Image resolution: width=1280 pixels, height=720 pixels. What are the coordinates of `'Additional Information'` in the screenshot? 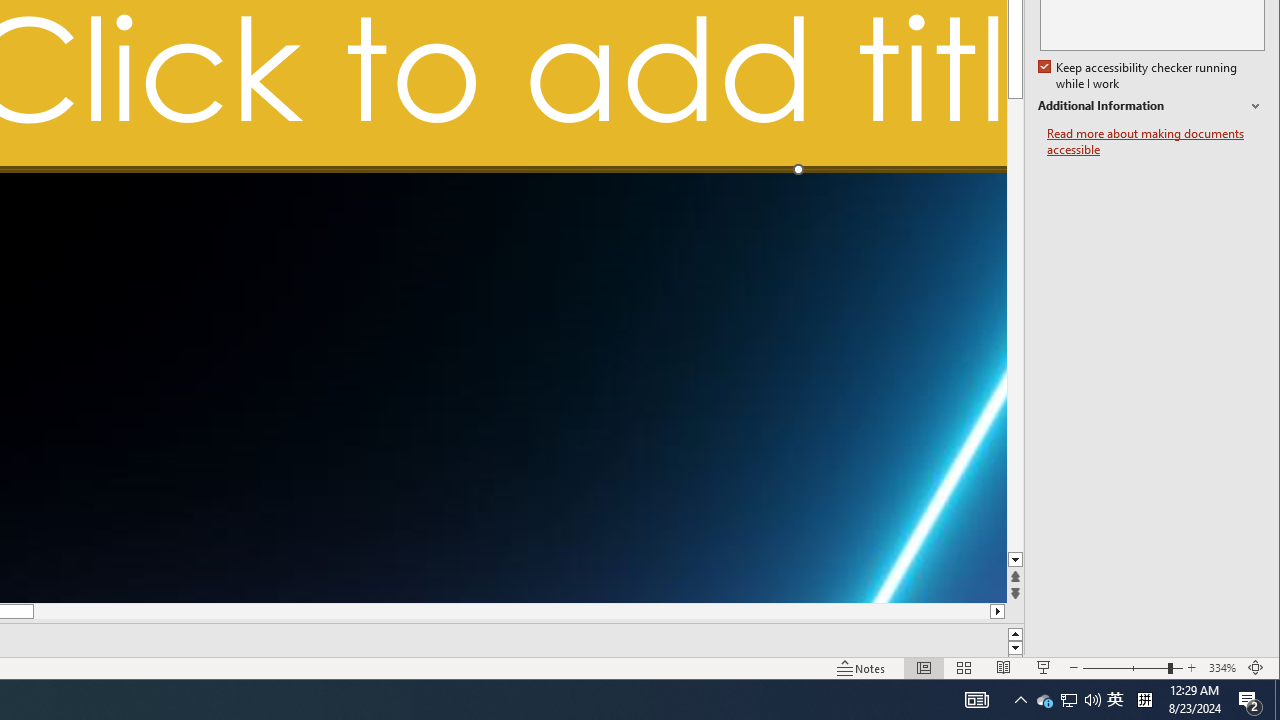 It's located at (1151, 106).